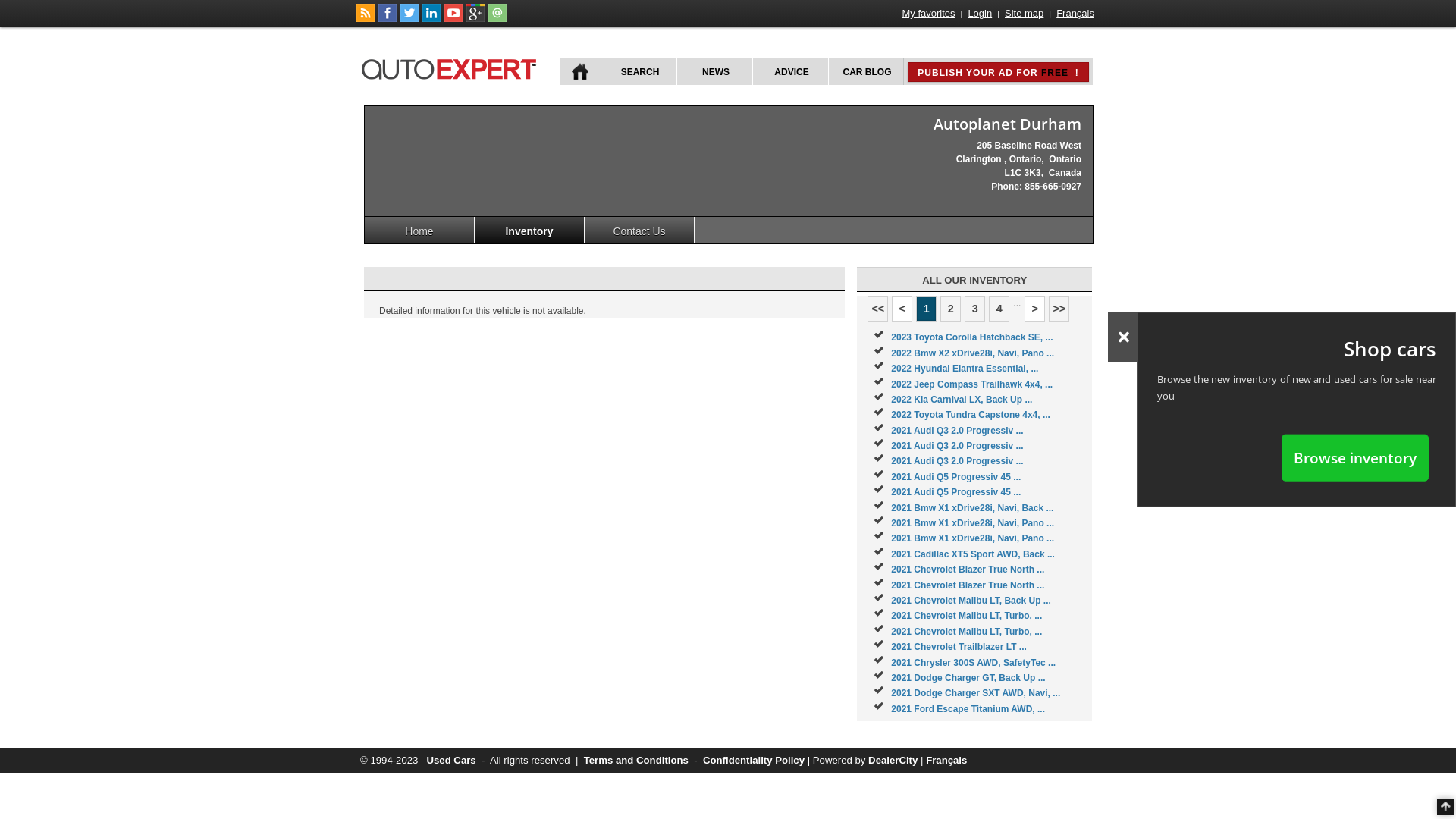 Image resolution: width=1456 pixels, height=819 pixels. I want to click on 'My favorites', so click(927, 13).